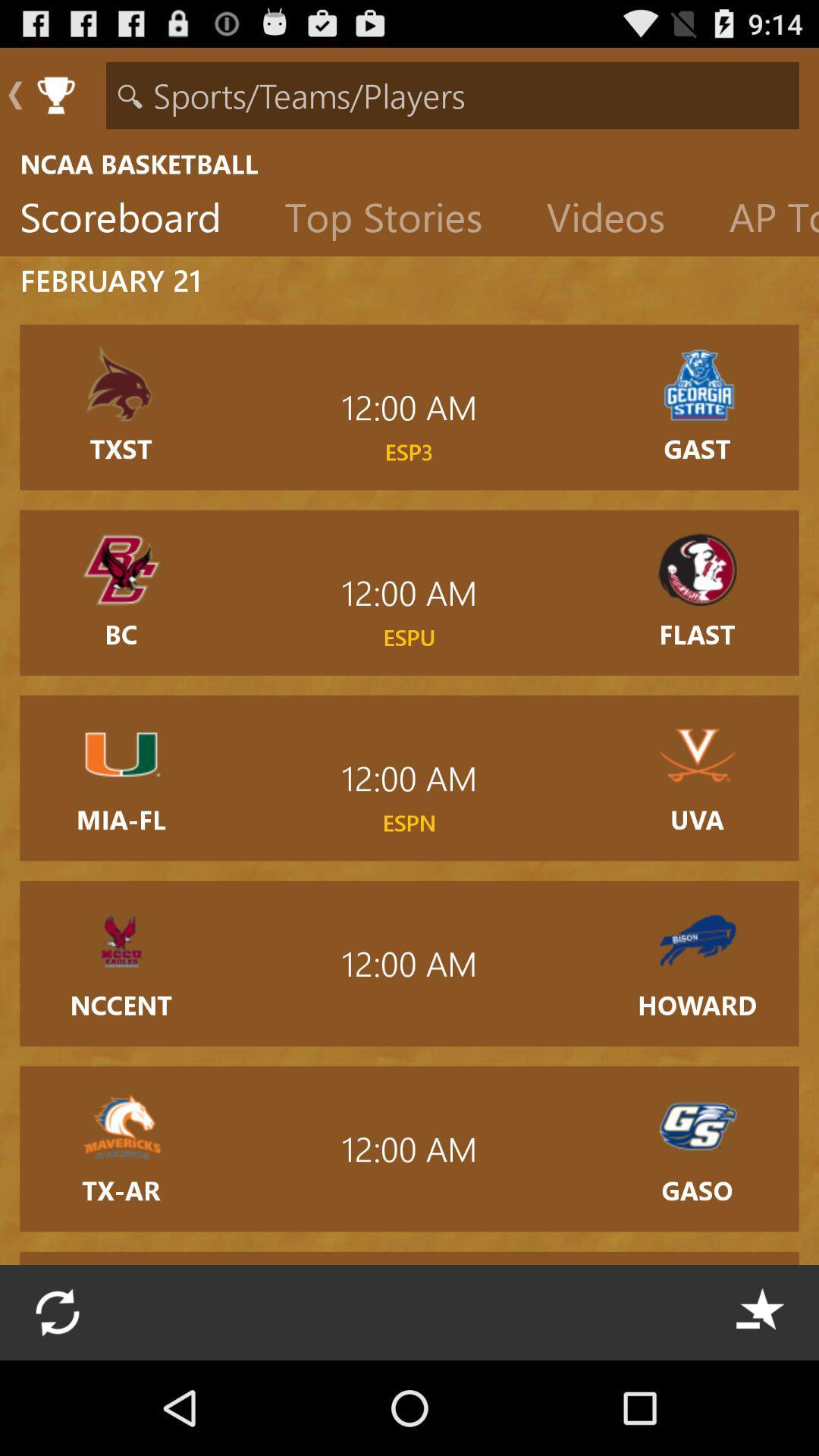 The image size is (819, 1456). Describe the element at coordinates (452, 94) in the screenshot. I see `type in a search` at that location.